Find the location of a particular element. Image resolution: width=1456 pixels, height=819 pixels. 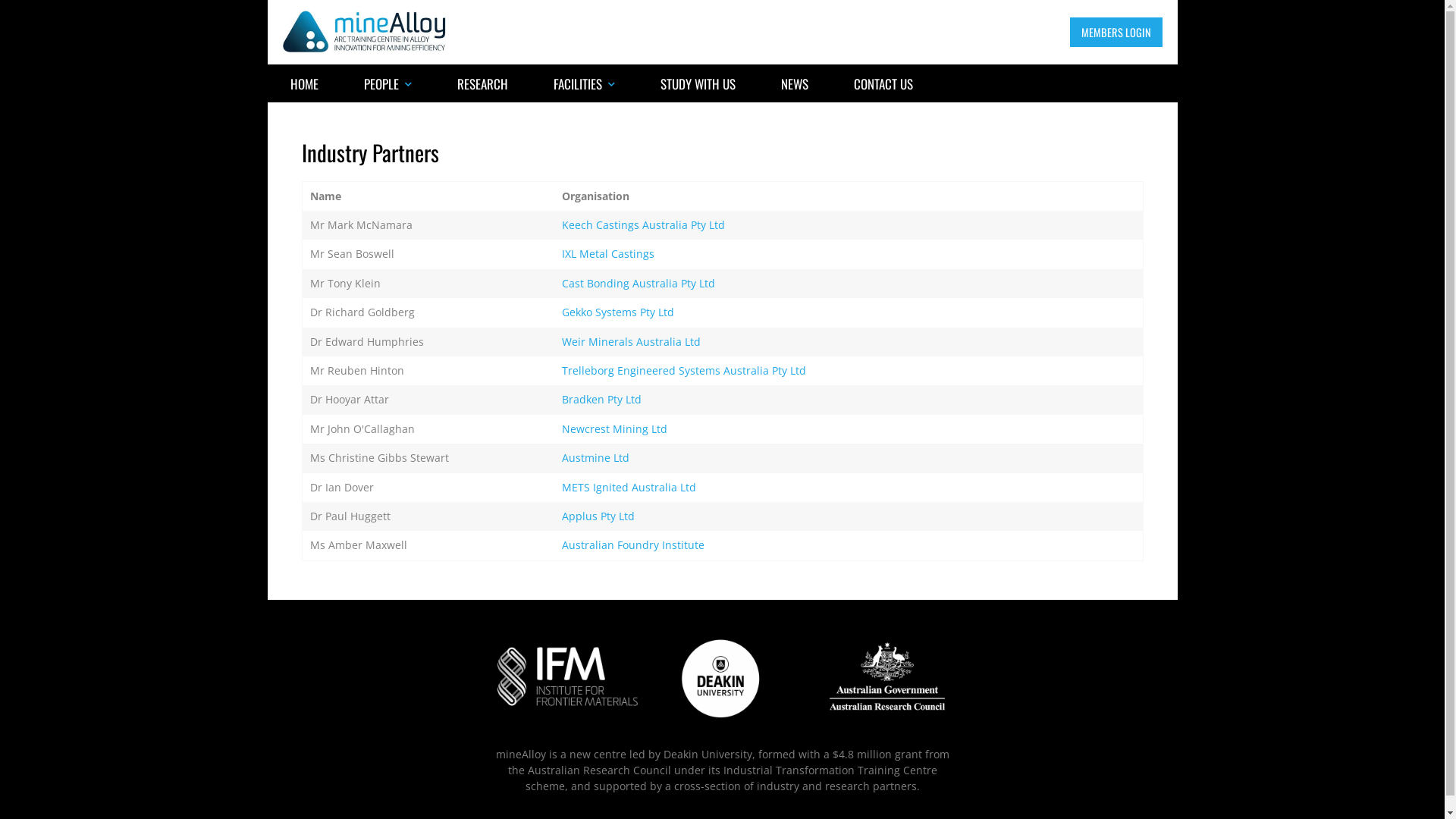

'FACILITIES' is located at coordinates (583, 83).